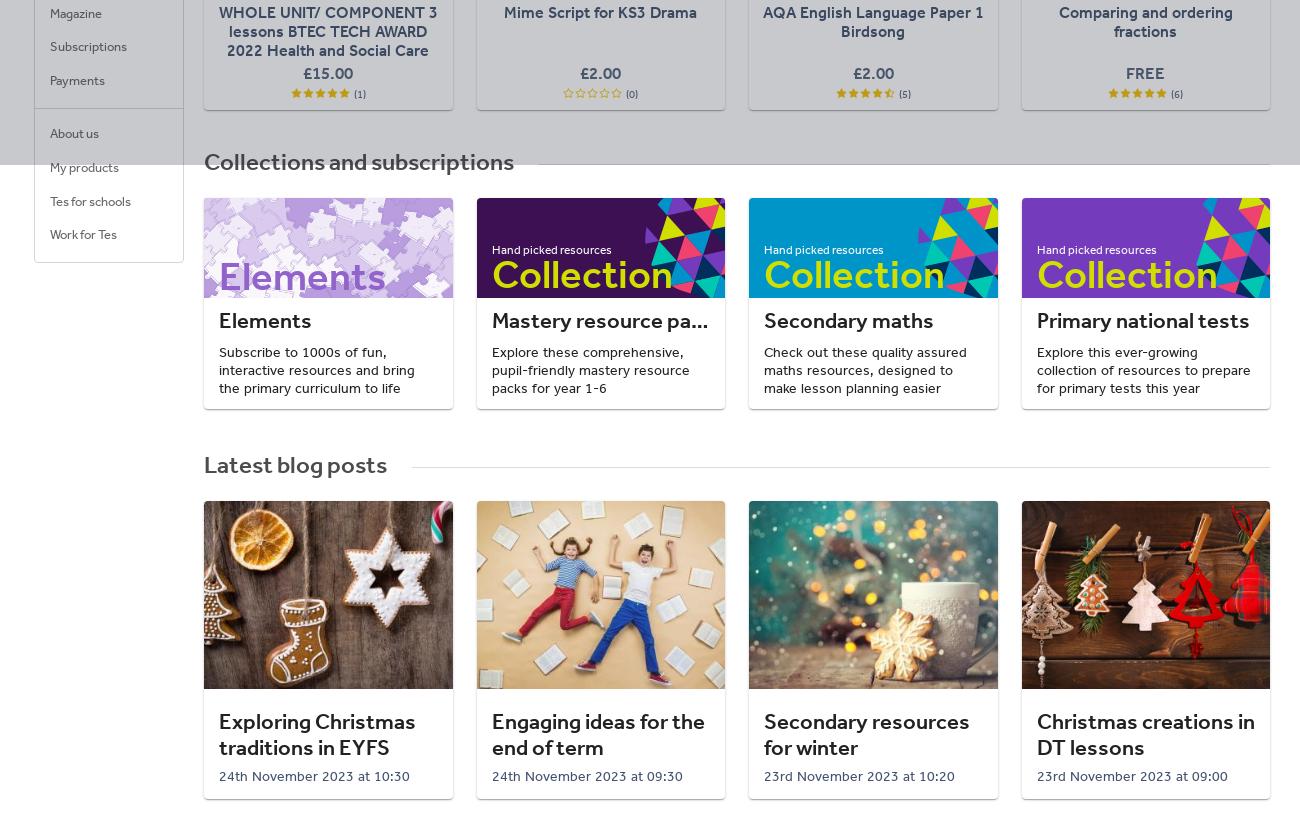 The image size is (1300, 835). Describe the element at coordinates (264, 319) in the screenshot. I see `'Elements'` at that location.